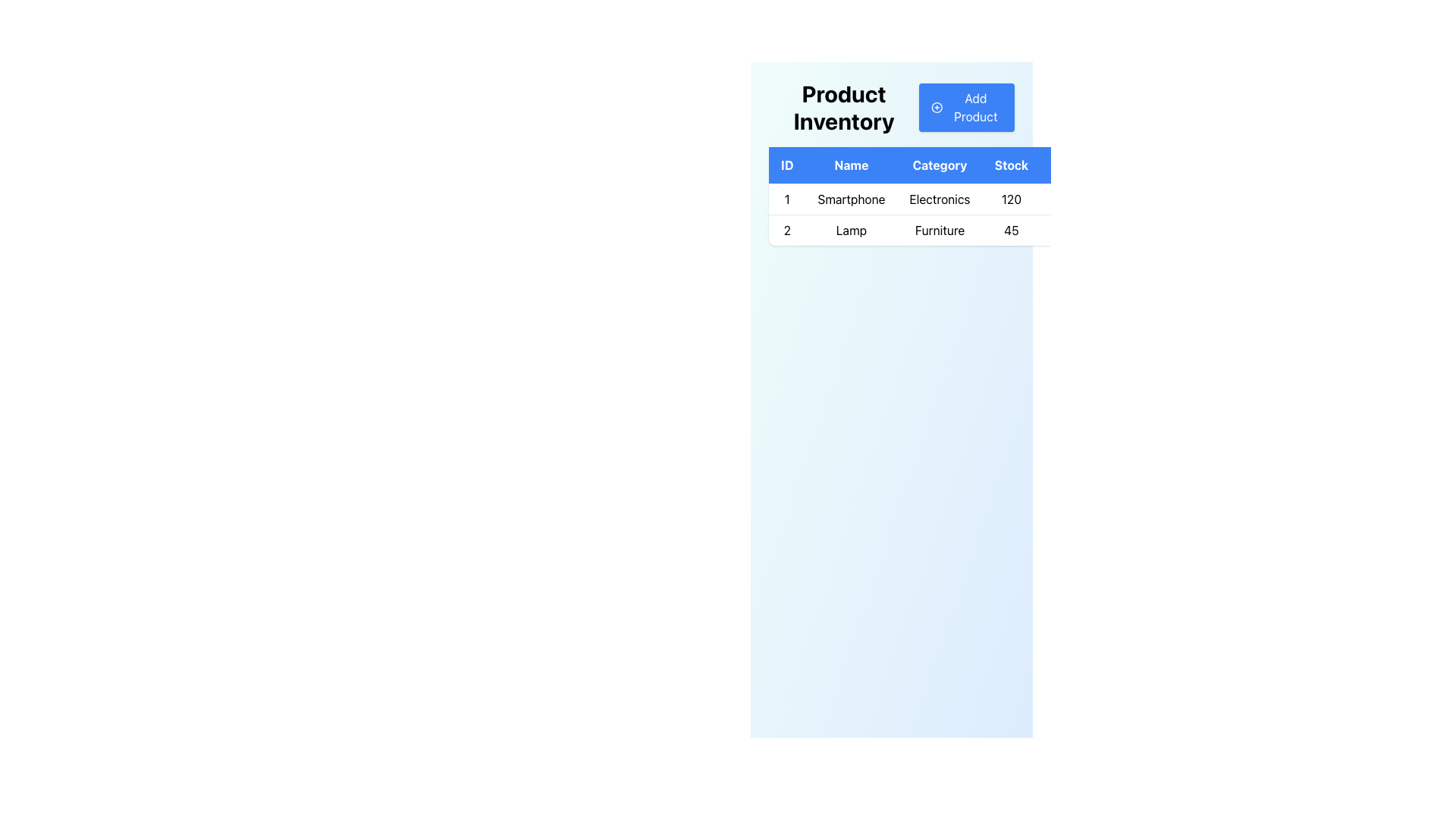 The height and width of the screenshot is (819, 1456). Describe the element at coordinates (938, 198) in the screenshot. I see `the first data row in the table that contains the product details for ID '1', Name 'Smartphone', Category 'Electronics', and Stock '120'` at that location.